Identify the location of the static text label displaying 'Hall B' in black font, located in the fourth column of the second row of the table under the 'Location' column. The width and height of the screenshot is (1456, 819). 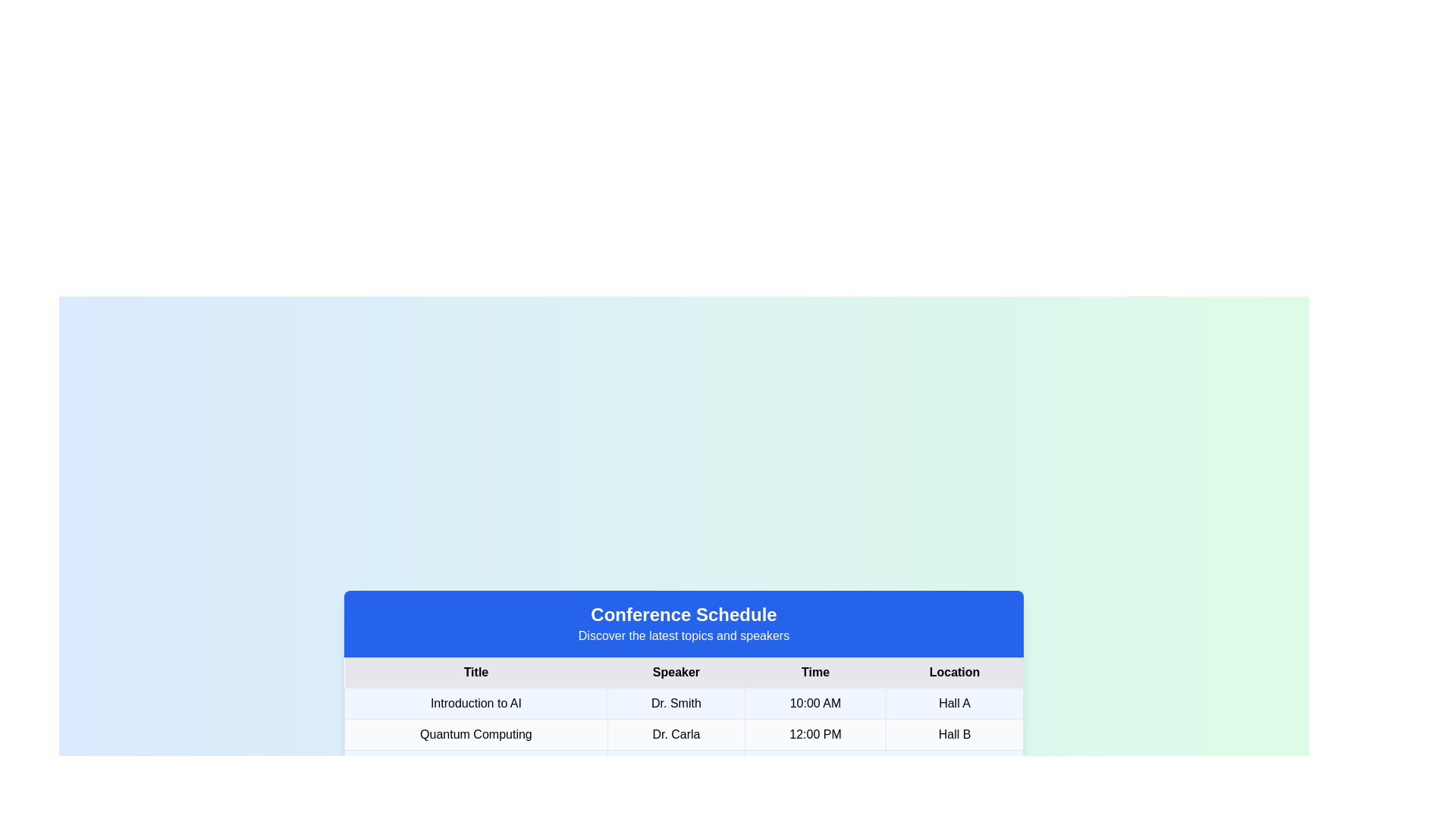
(953, 733).